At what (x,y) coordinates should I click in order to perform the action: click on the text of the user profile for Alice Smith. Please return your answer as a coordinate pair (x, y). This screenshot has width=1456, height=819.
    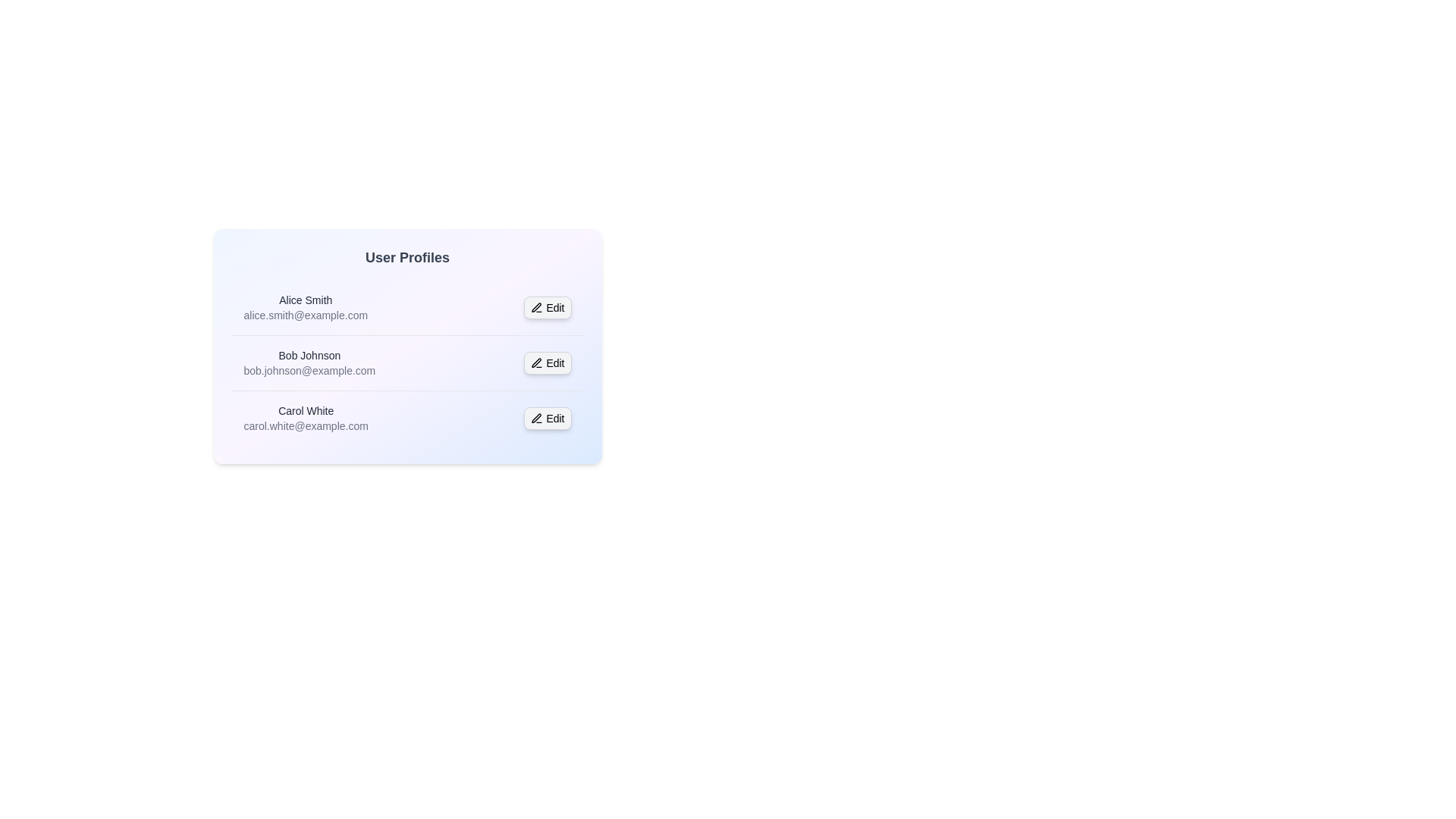
    Looking at the image, I should click on (243, 292).